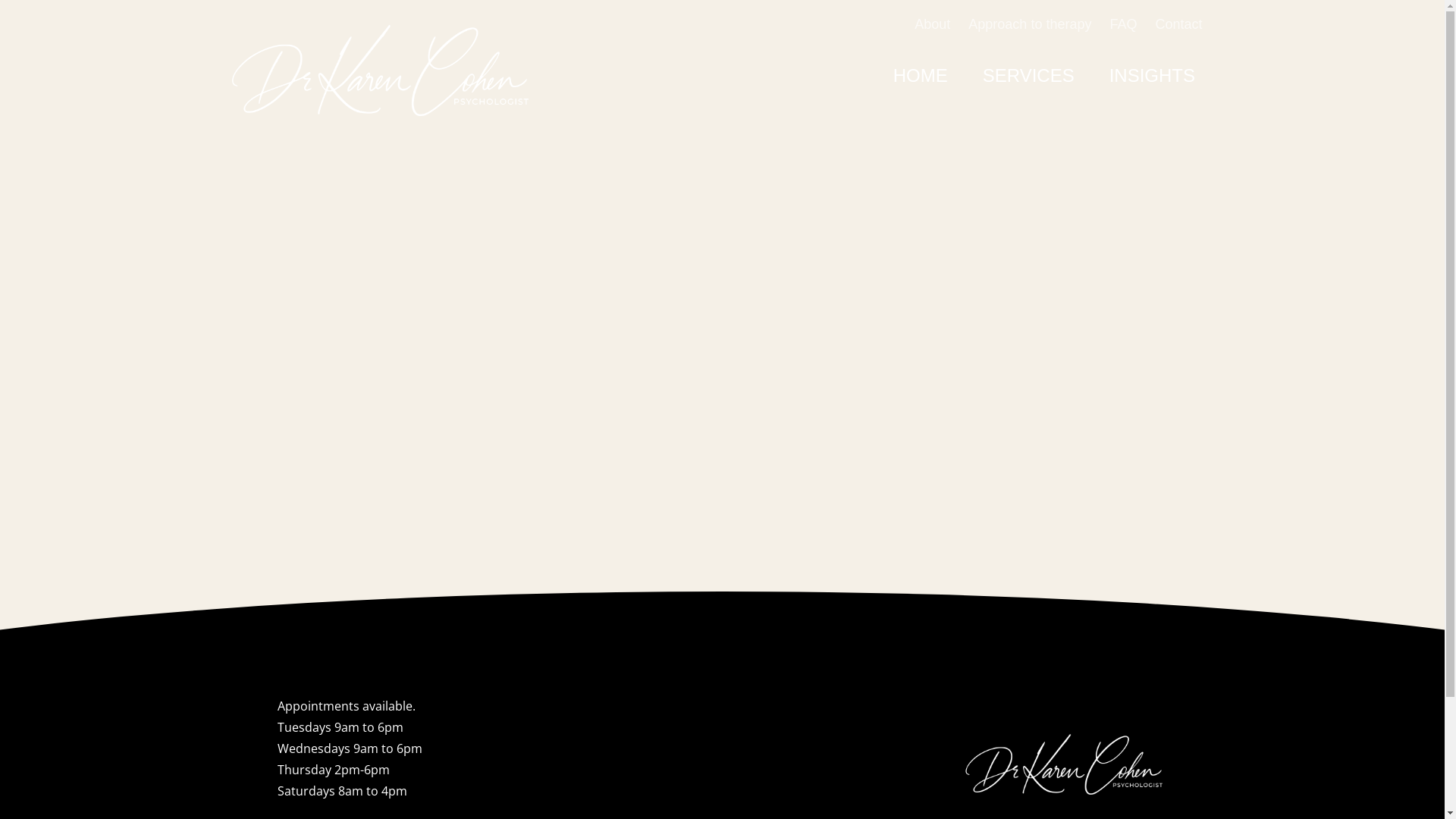  Describe the element at coordinates (931, 24) in the screenshot. I see `'About'` at that location.